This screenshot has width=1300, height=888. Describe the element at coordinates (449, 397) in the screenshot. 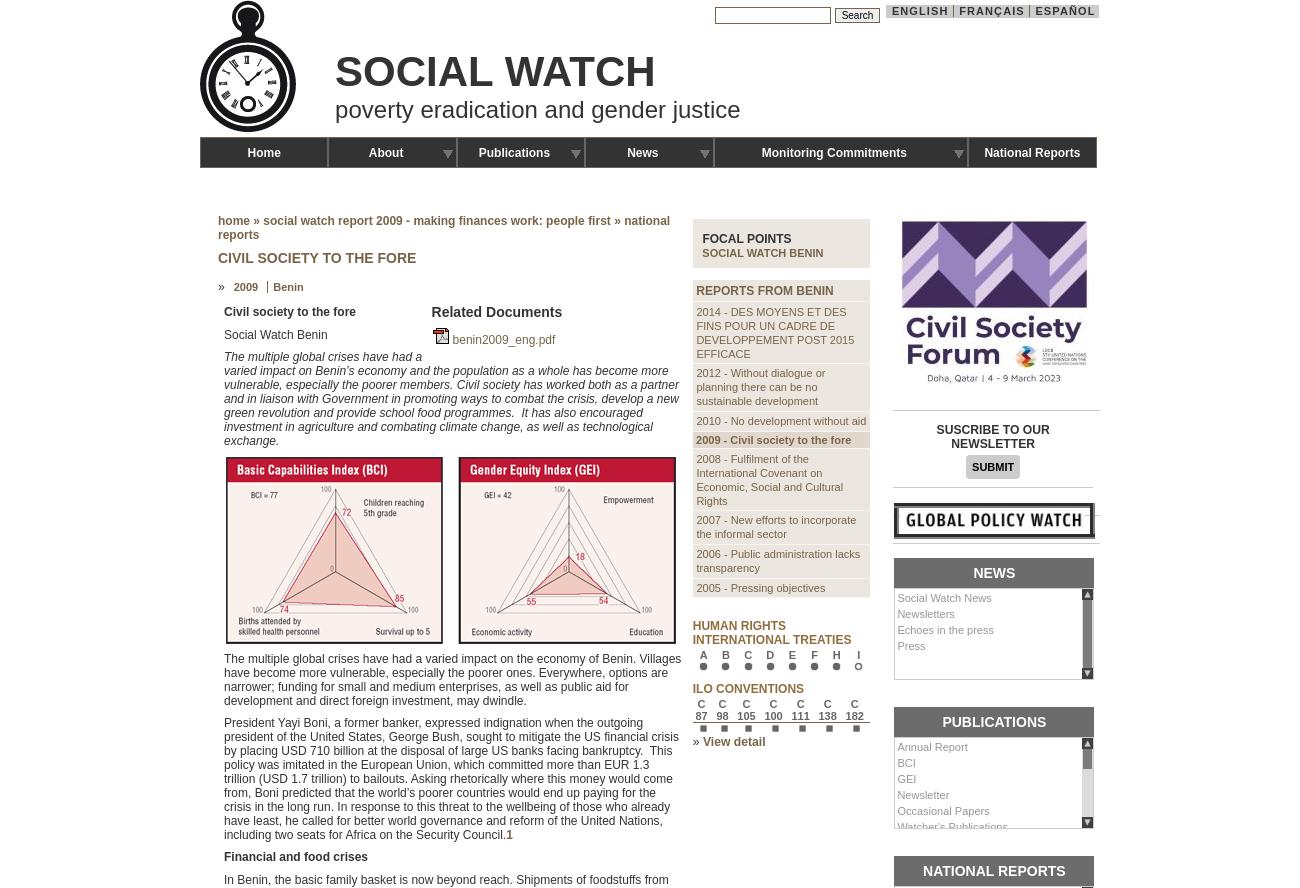

I see `'The multiple global  crises have had a varied impact on Benin’s economy and the population  as a whole has become more vulnerable, especially the poorer members. Civil  society has worked both as a partner and in liaison with Government in  promoting ways to combat the crisis, develop a new green revolution and provide  school food programmes.  It has also  encouraged investment in agriculture and combating climate change, as well as  technological exchange.'` at that location.